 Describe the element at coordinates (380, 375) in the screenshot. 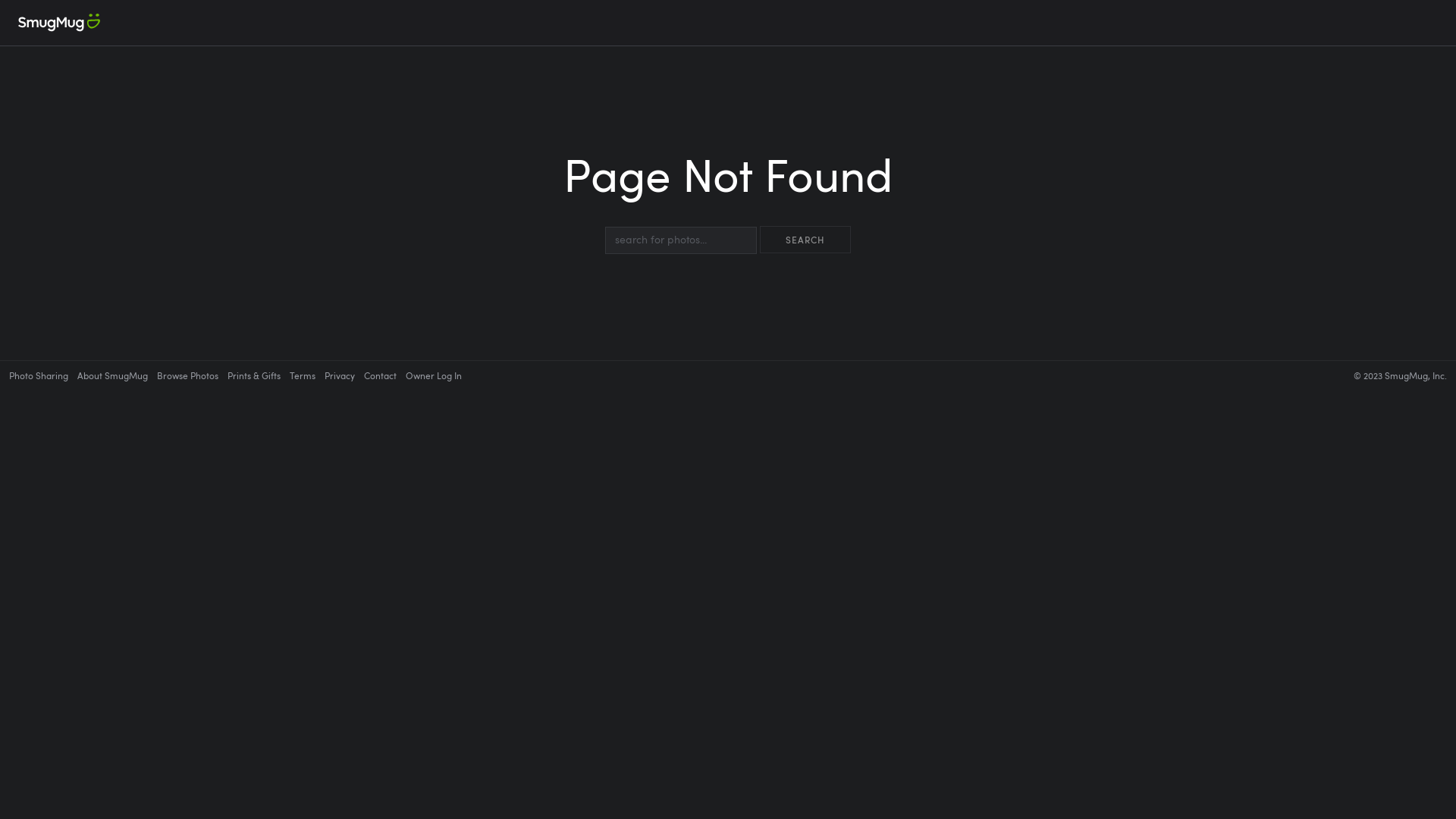

I see `'Contact'` at that location.